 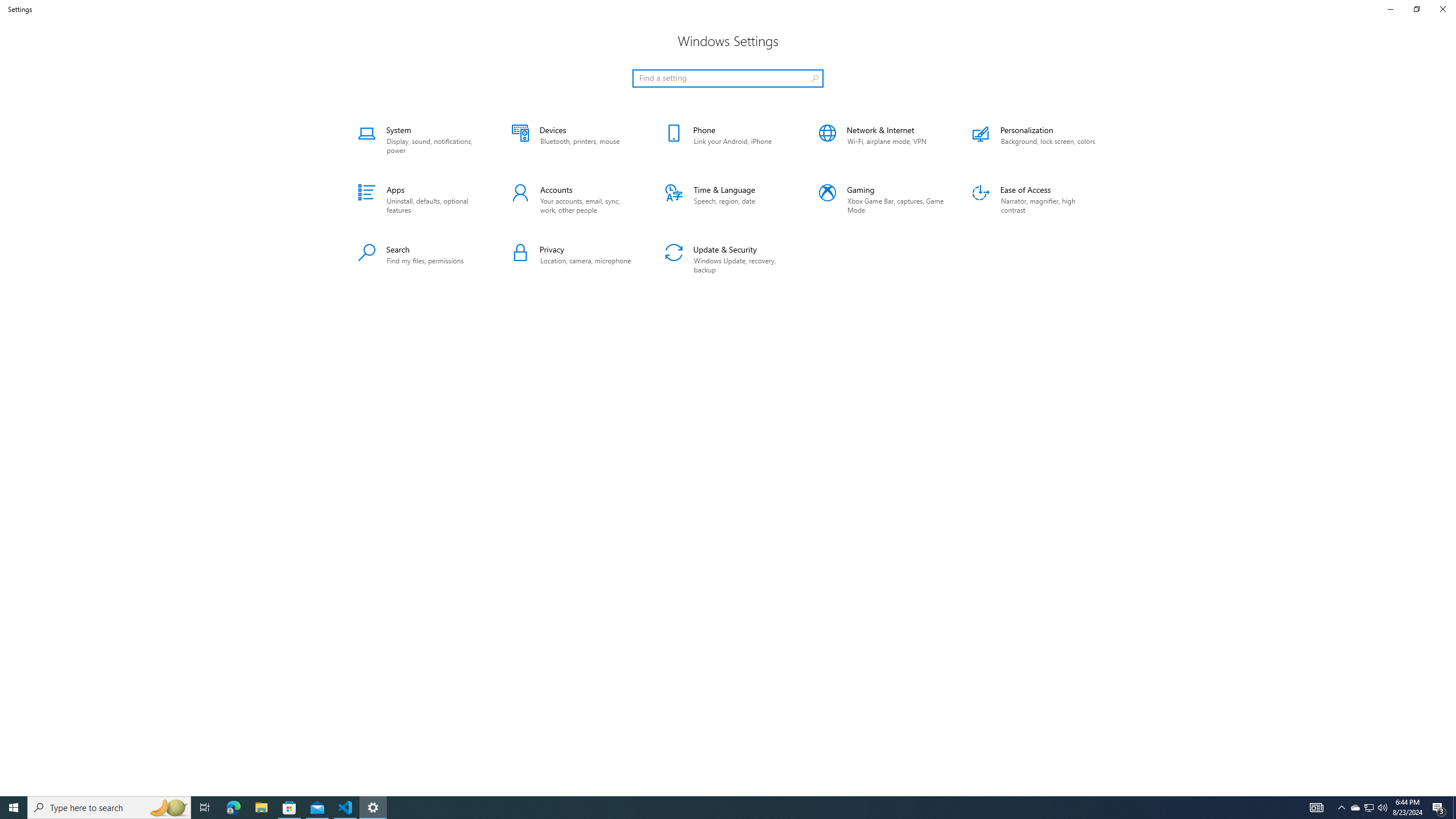 I want to click on 'Privacy', so click(x=573, y=259).